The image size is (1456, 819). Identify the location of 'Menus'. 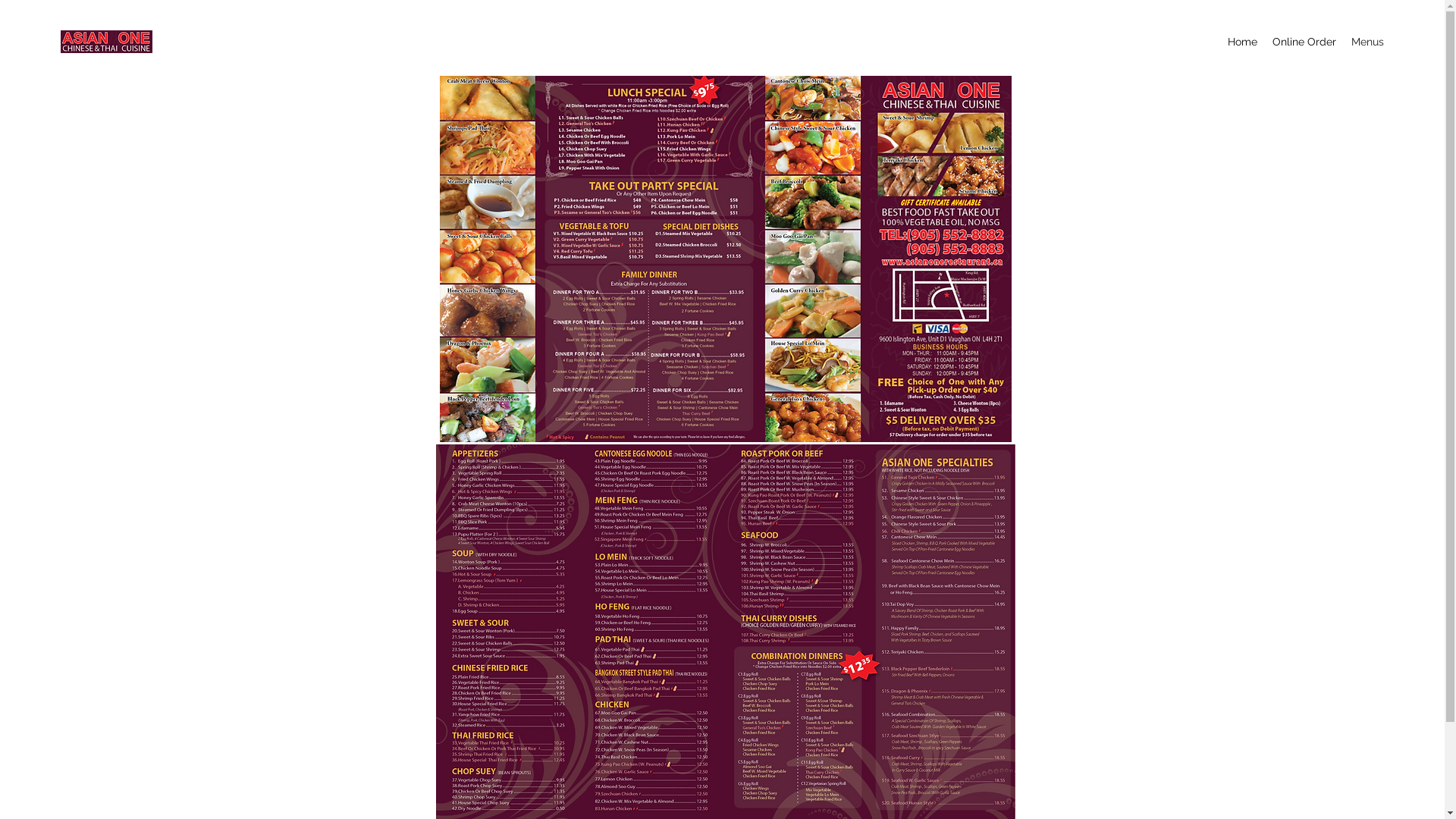
(720, 225).